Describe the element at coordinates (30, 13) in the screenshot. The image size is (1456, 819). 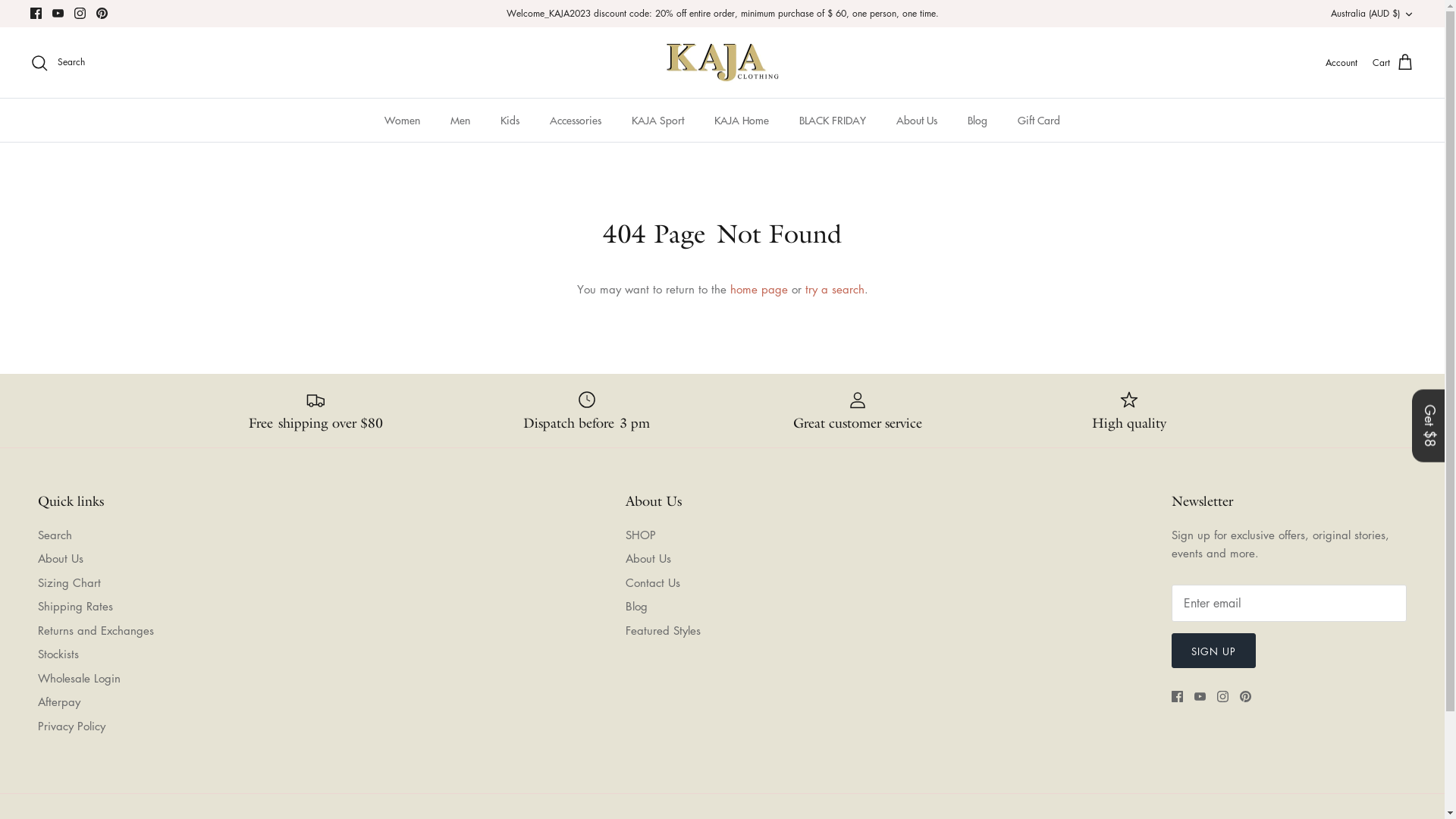
I see `'Facebook'` at that location.